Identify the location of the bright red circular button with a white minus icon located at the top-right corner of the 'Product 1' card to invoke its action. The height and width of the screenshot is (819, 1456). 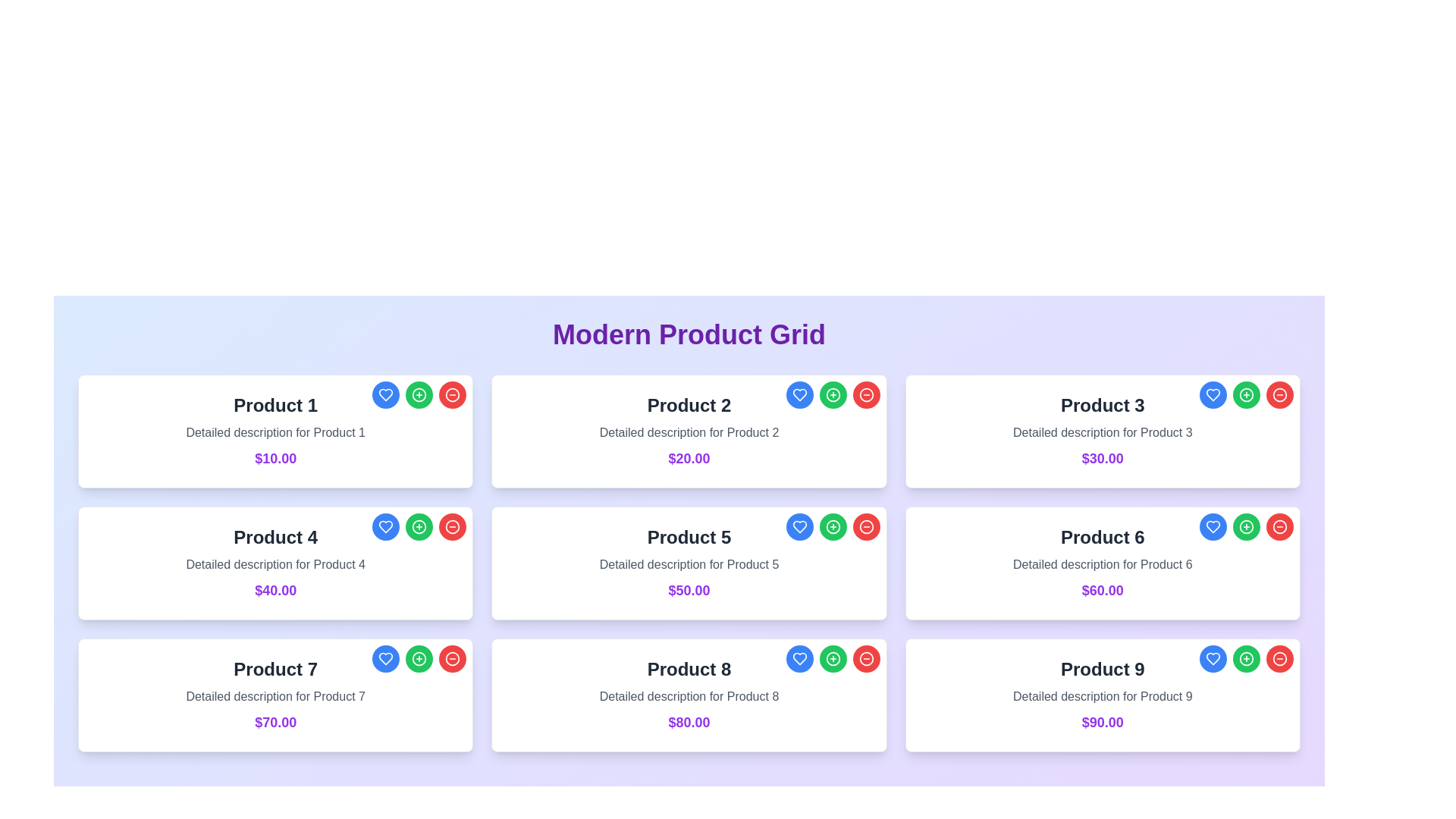
(452, 394).